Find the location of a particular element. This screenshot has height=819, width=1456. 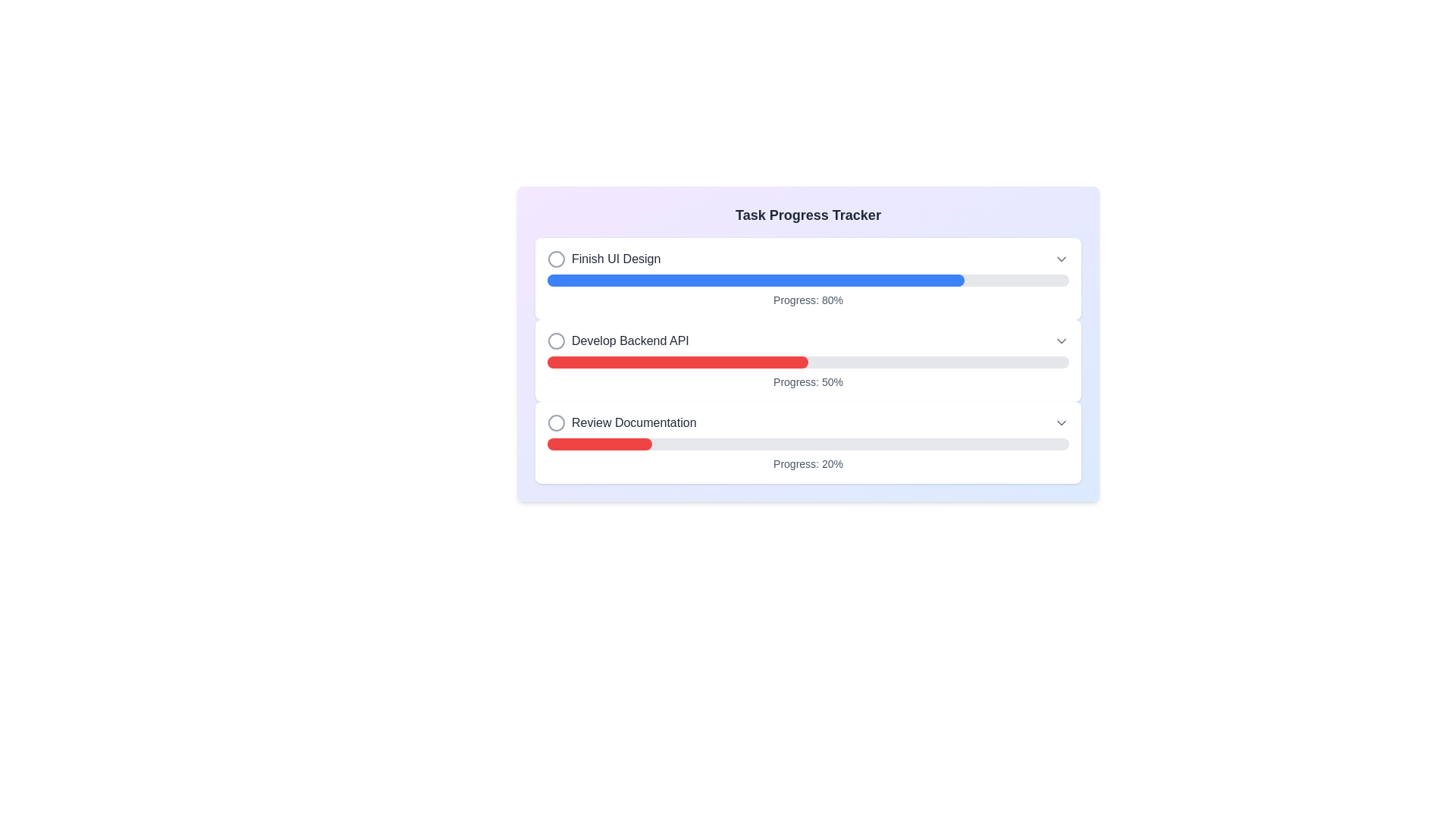

the circular outline element that is part of the 'Finish UI Design' task in the 'Task Progress Tracker' section is located at coordinates (556, 259).